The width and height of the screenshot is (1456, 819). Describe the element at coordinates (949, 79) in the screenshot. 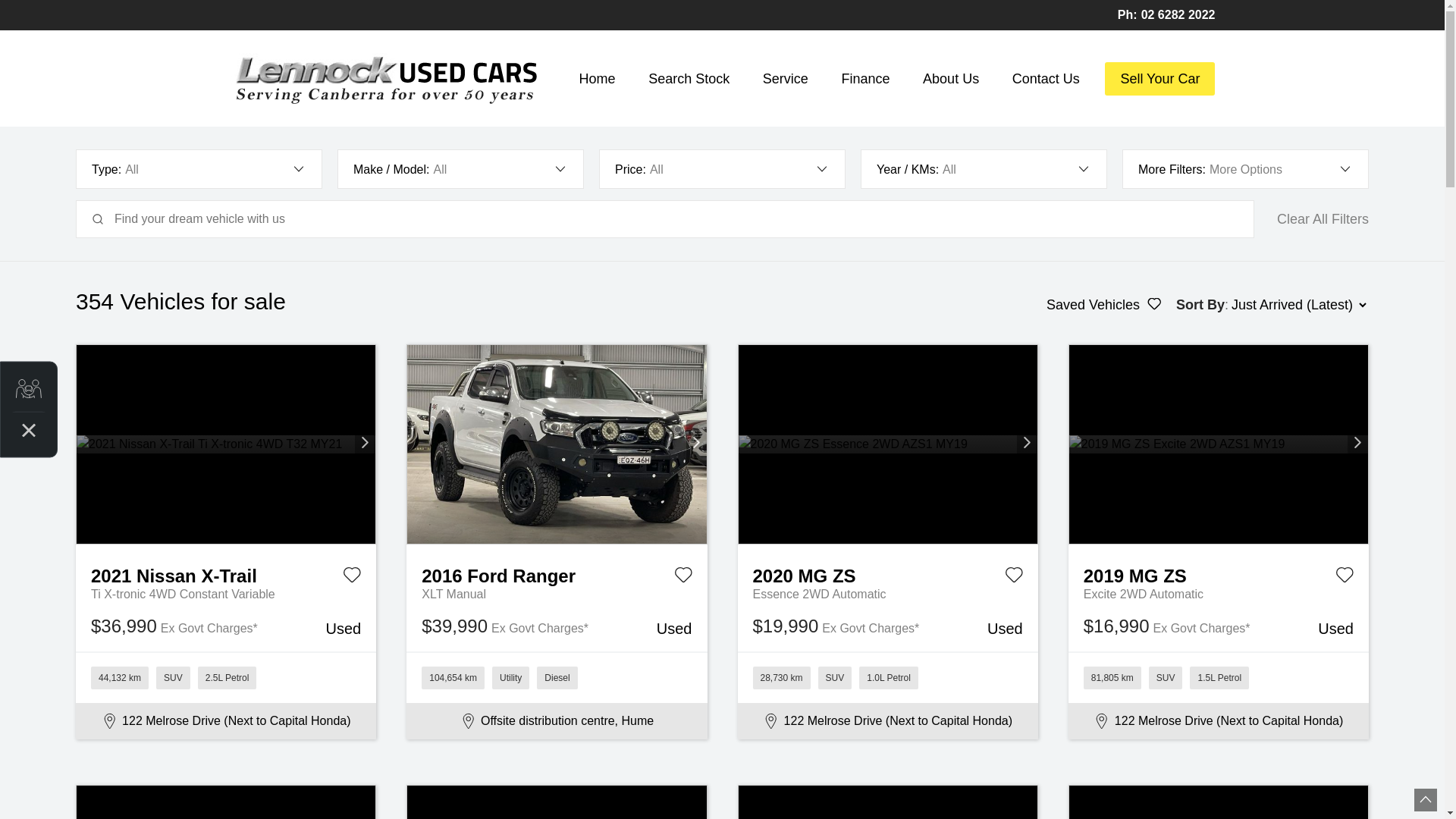

I see `'About Us'` at that location.